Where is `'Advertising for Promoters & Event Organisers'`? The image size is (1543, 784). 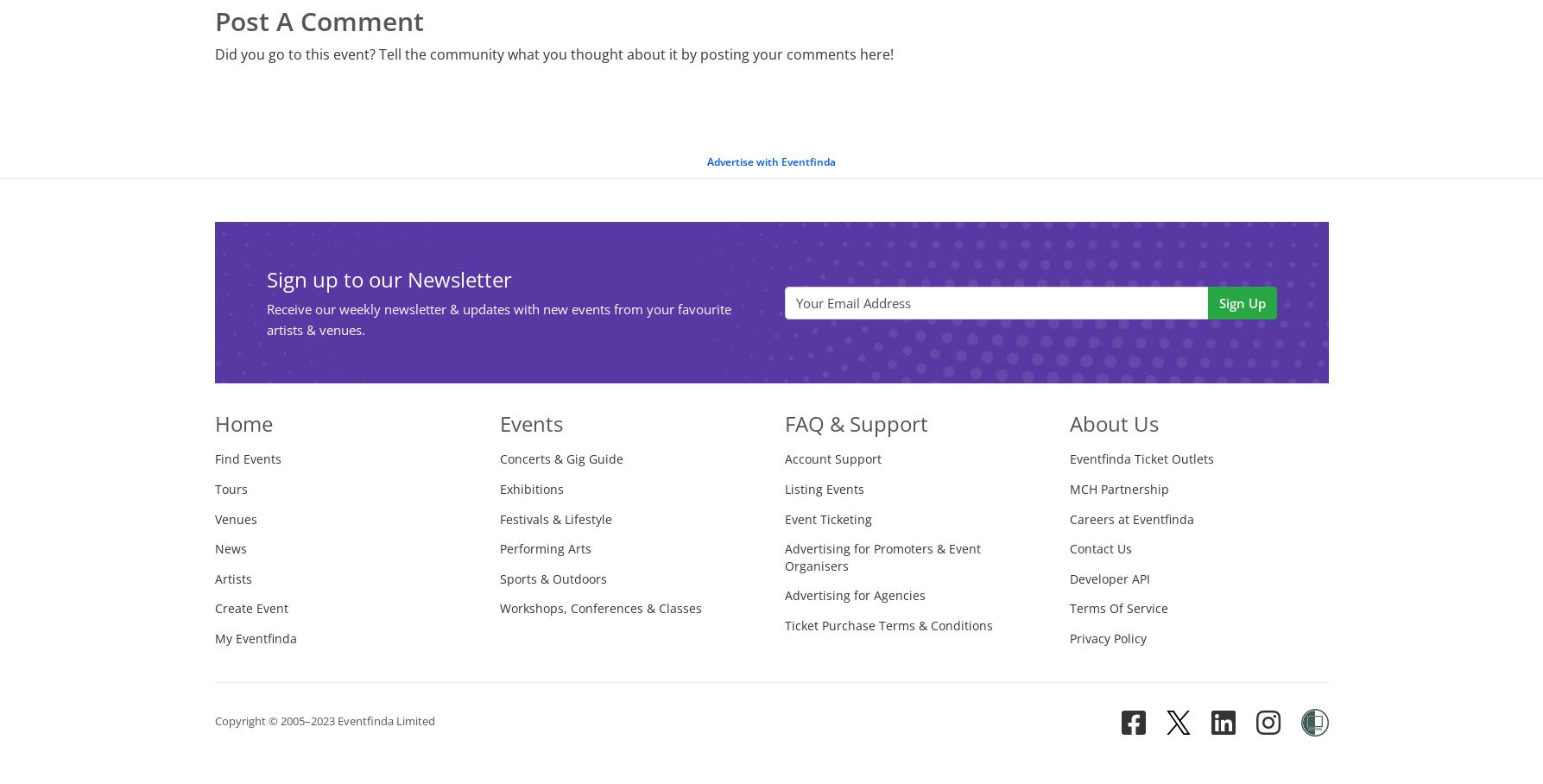
'Advertising for Promoters & Event Organisers' is located at coordinates (782, 557).